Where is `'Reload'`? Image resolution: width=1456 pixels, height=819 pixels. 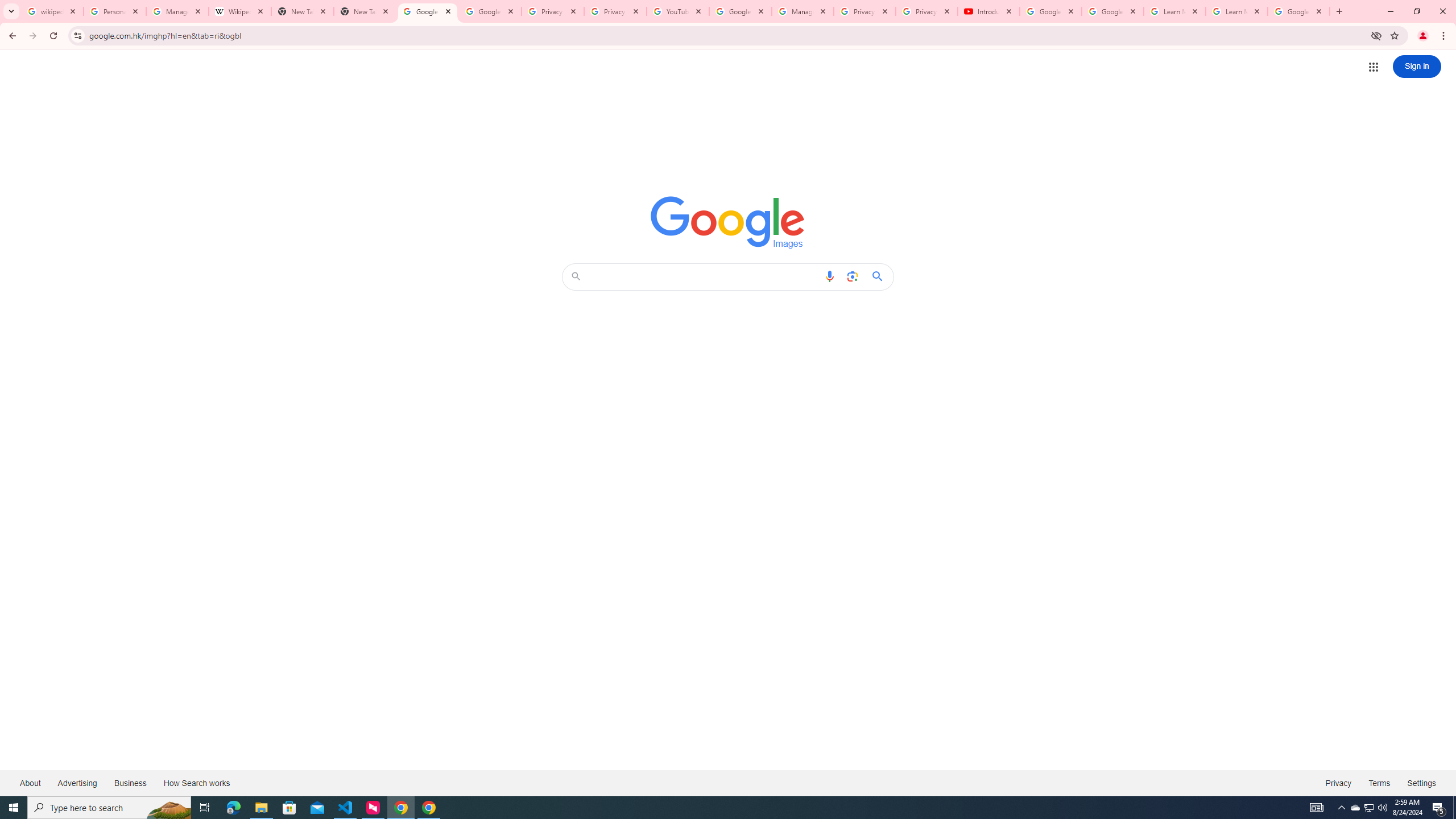 'Reload' is located at coordinates (53, 35).